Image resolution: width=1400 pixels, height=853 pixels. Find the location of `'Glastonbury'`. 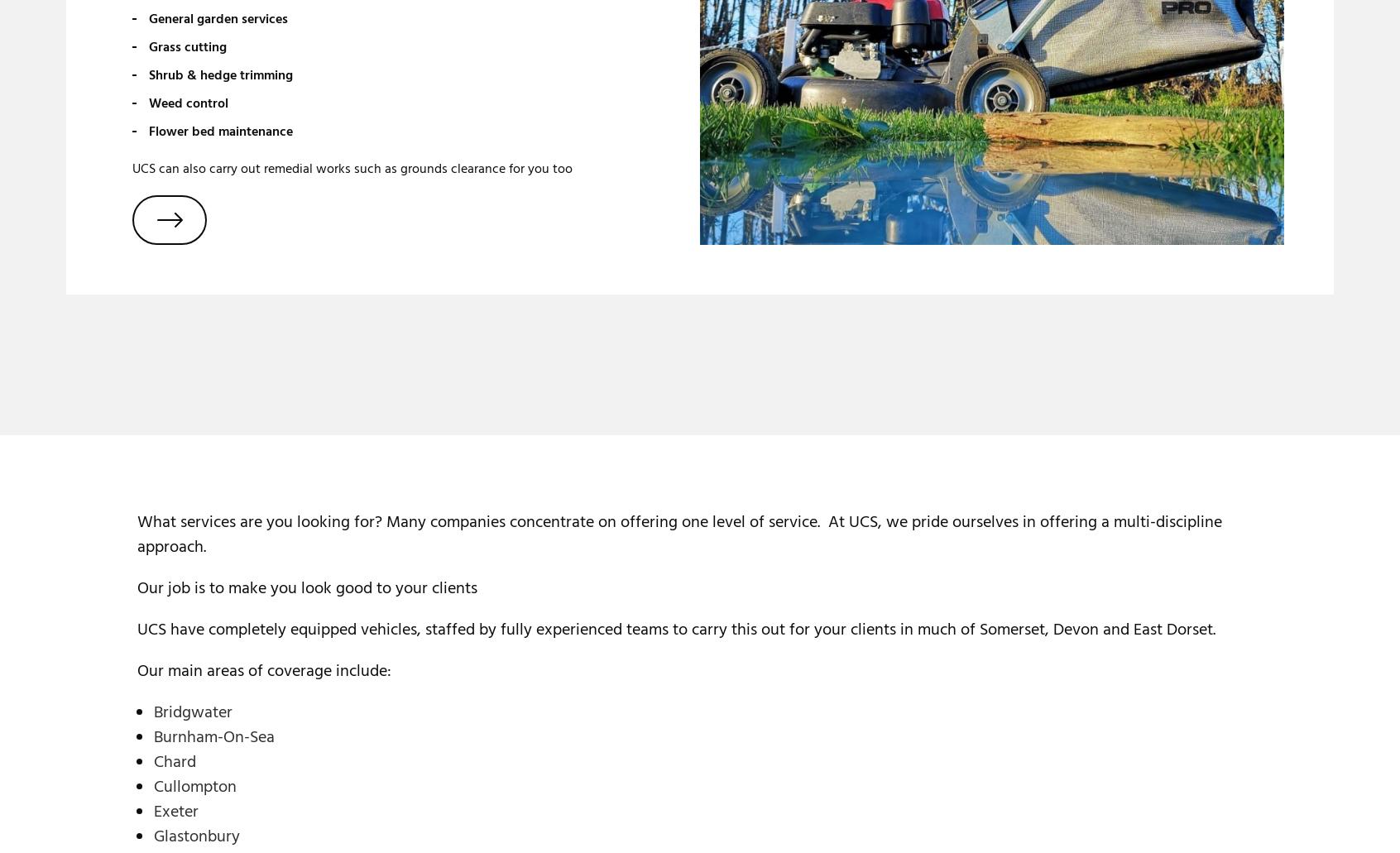

'Glastonbury' is located at coordinates (197, 835).